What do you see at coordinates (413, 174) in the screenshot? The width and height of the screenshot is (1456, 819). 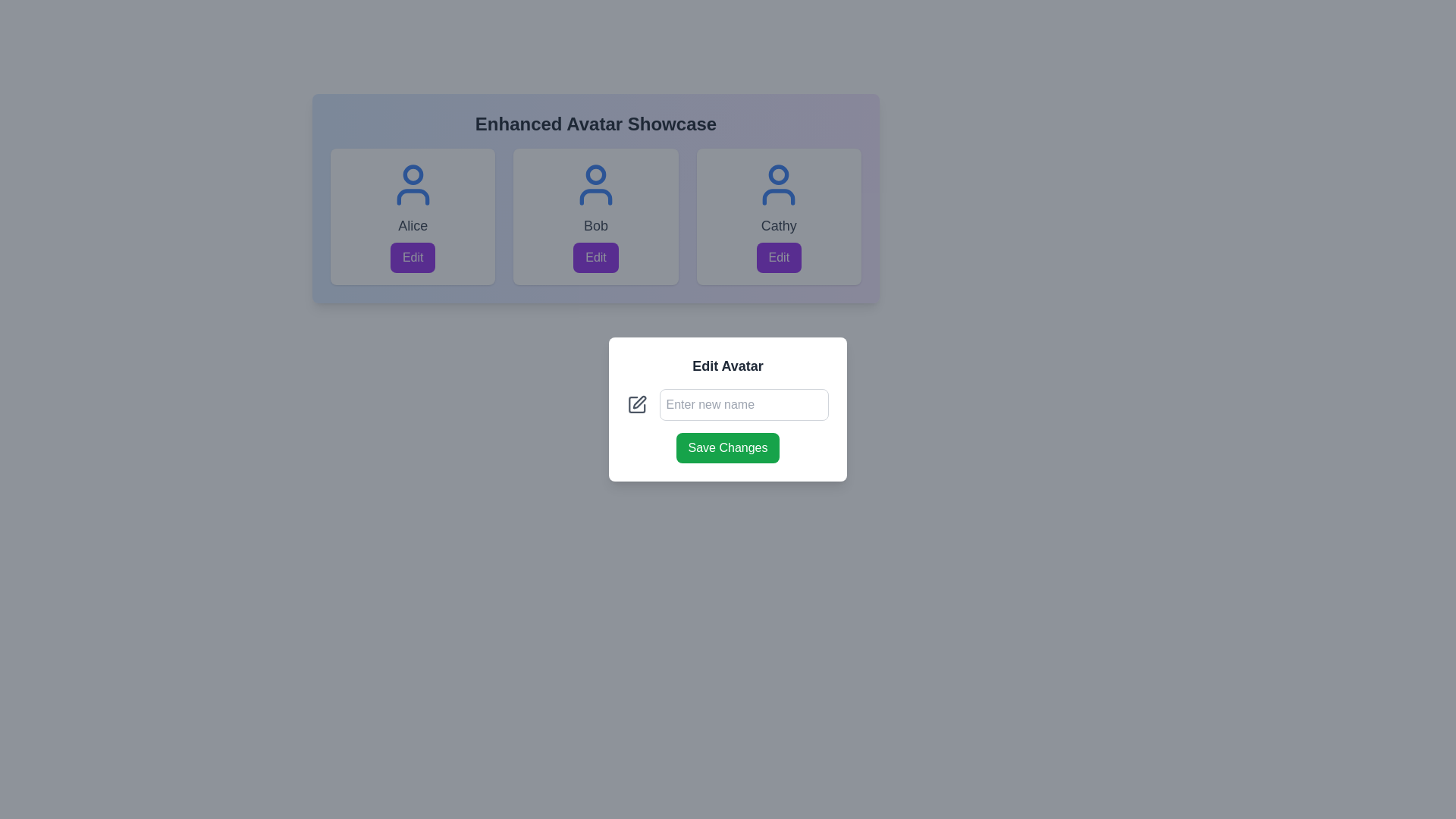 I see `the SVG Circle that is located at the head position of the avatar icon, which overlaps slightly with the avatar's head and is positioned above the 'Alice' label` at bounding box center [413, 174].